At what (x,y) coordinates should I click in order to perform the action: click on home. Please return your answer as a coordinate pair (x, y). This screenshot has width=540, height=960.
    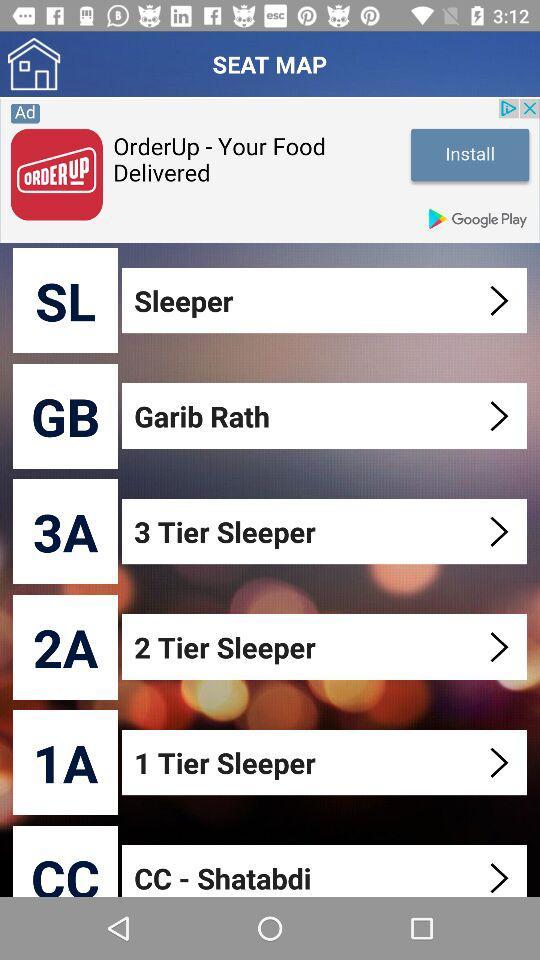
    Looking at the image, I should click on (33, 64).